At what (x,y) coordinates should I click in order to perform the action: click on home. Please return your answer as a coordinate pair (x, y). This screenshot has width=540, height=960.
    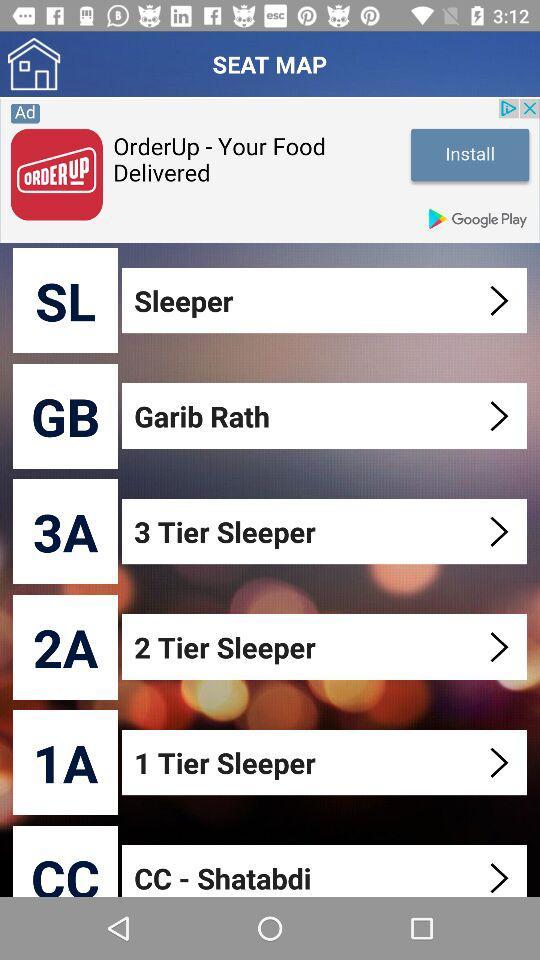
    Looking at the image, I should click on (33, 64).